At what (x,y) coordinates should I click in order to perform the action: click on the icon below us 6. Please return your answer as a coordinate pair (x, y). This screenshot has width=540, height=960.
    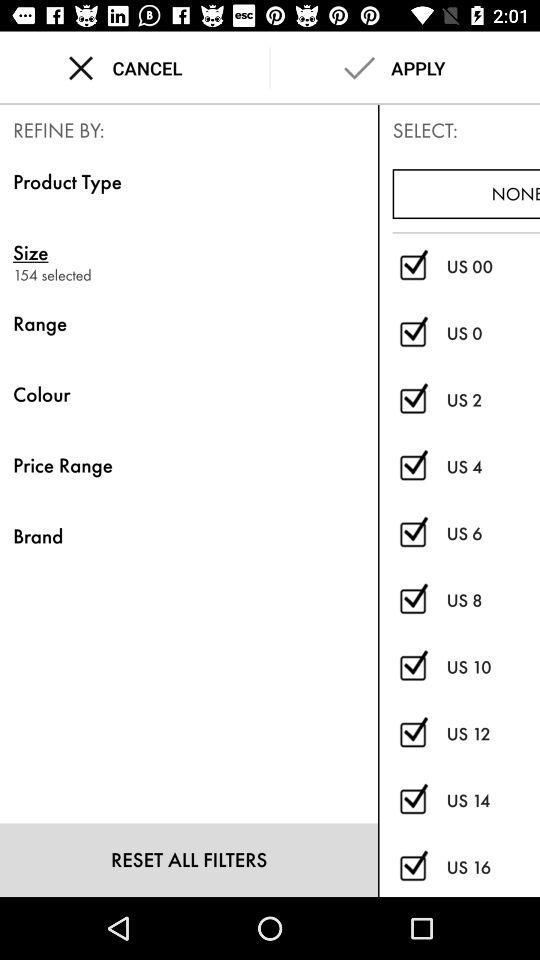
    Looking at the image, I should click on (492, 600).